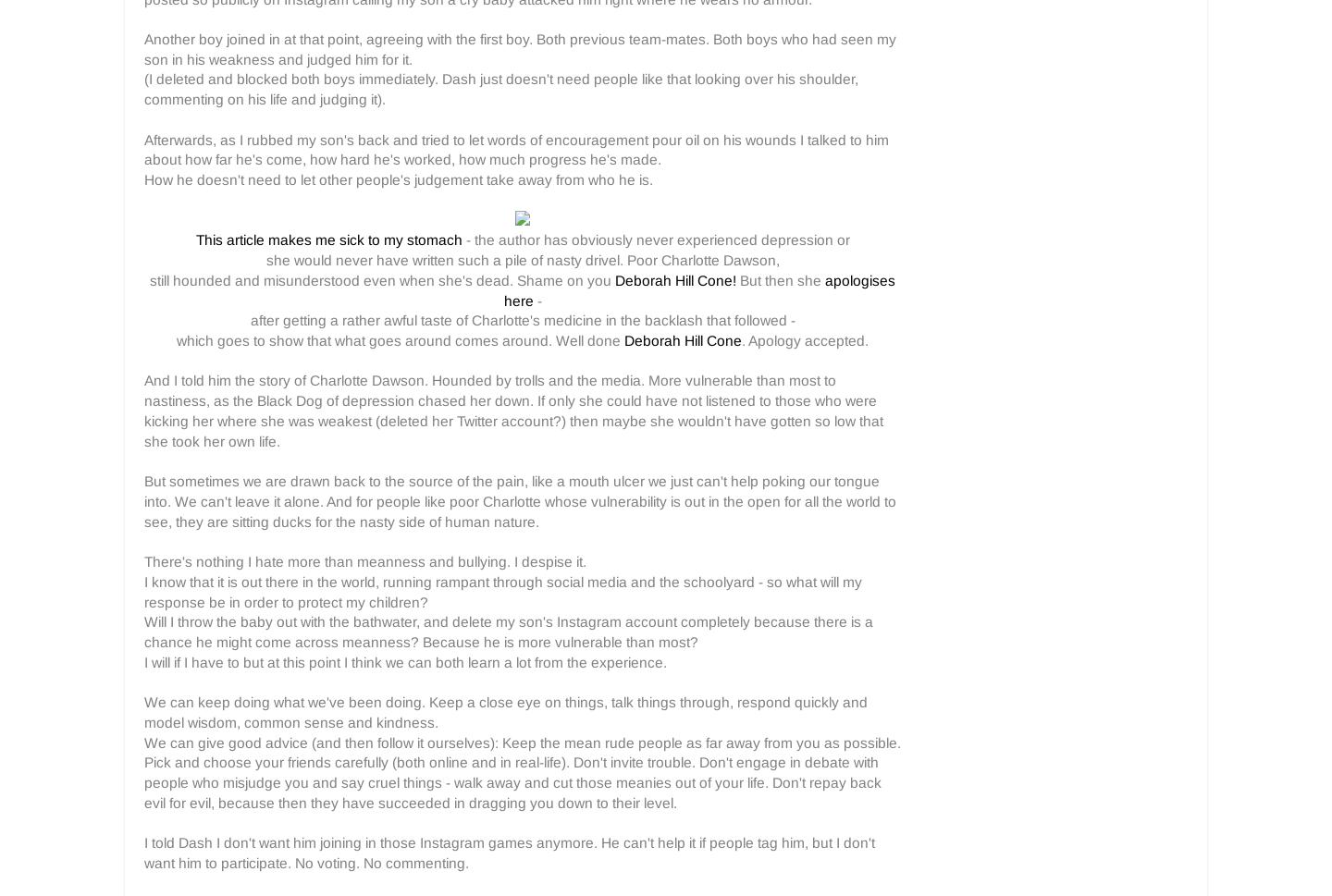 This screenshot has height=896, width=1332. What do you see at coordinates (522, 260) in the screenshot?
I see `'she would never have written such a pile of nasty drivel. Poor Charlotte Dawson,'` at bounding box center [522, 260].